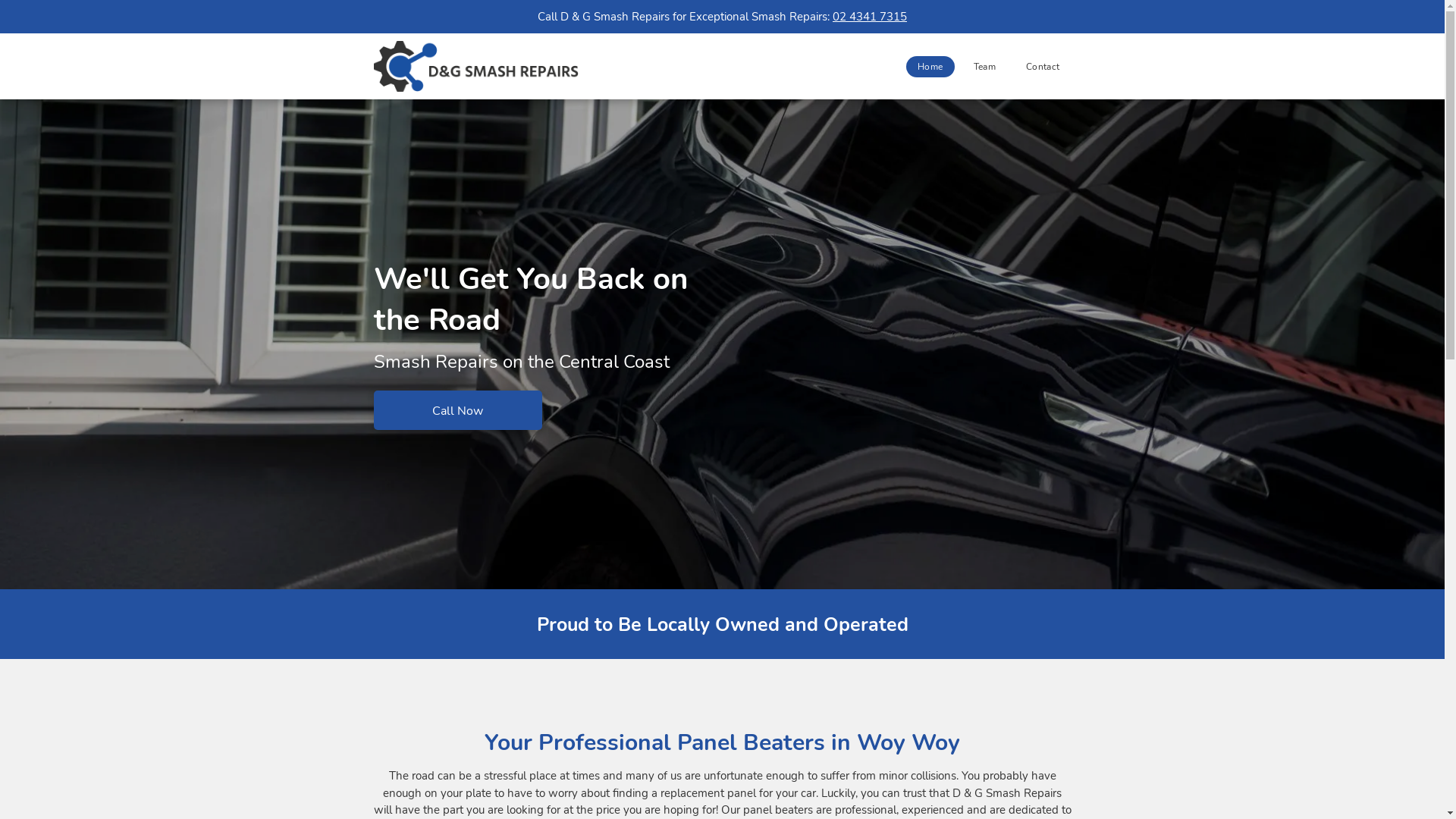 Image resolution: width=1456 pixels, height=819 pixels. What do you see at coordinates (870, 17) in the screenshot?
I see `'02 4341 7315'` at bounding box center [870, 17].